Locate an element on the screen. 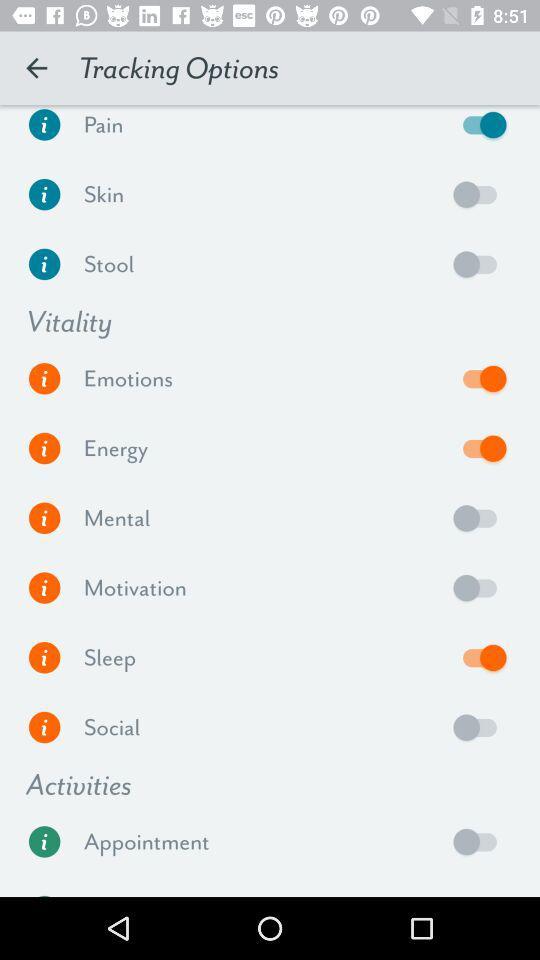  turns on appointment is located at coordinates (479, 840).